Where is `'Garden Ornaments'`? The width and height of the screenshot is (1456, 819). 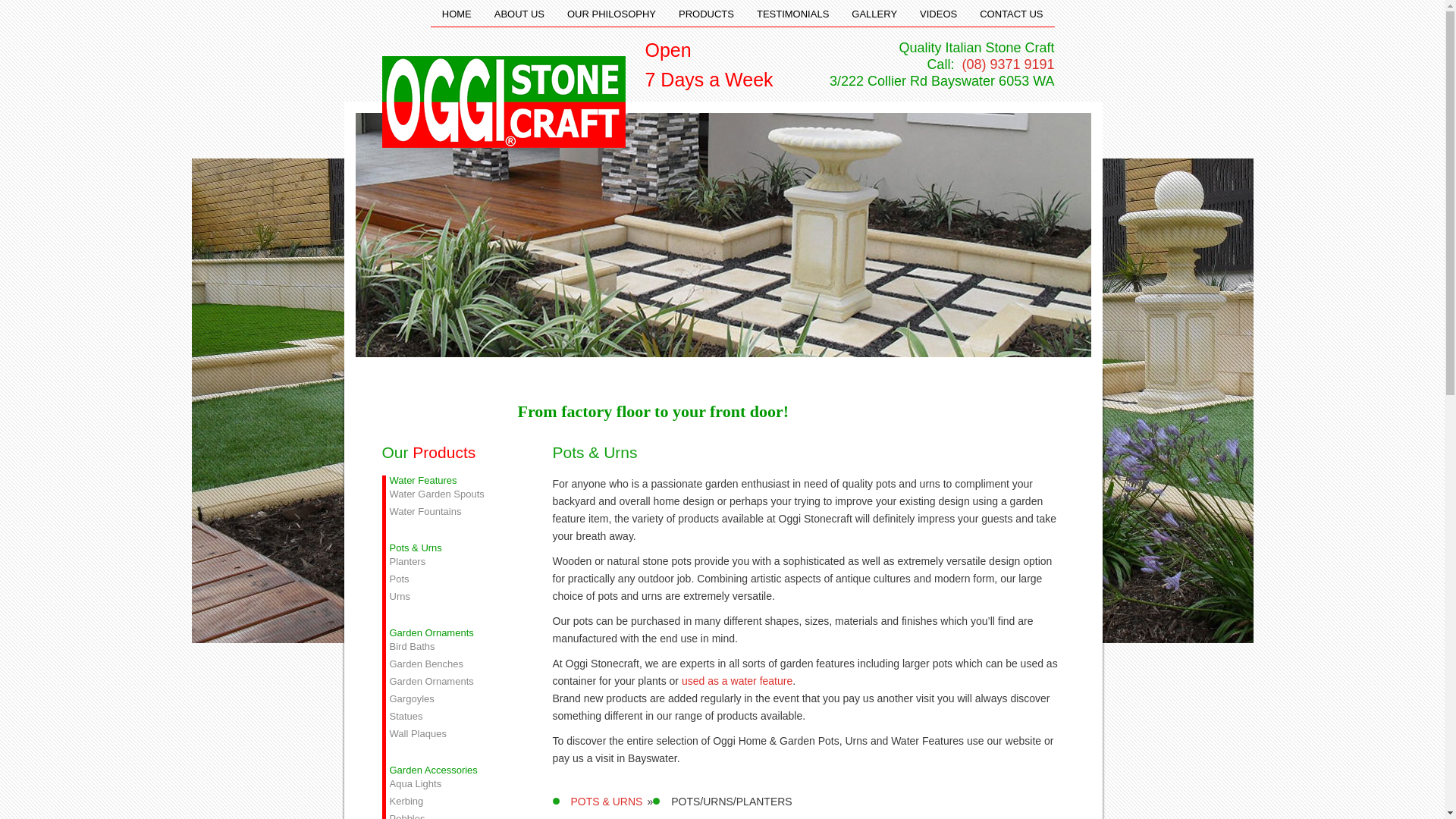 'Garden Ornaments' is located at coordinates (451, 680).